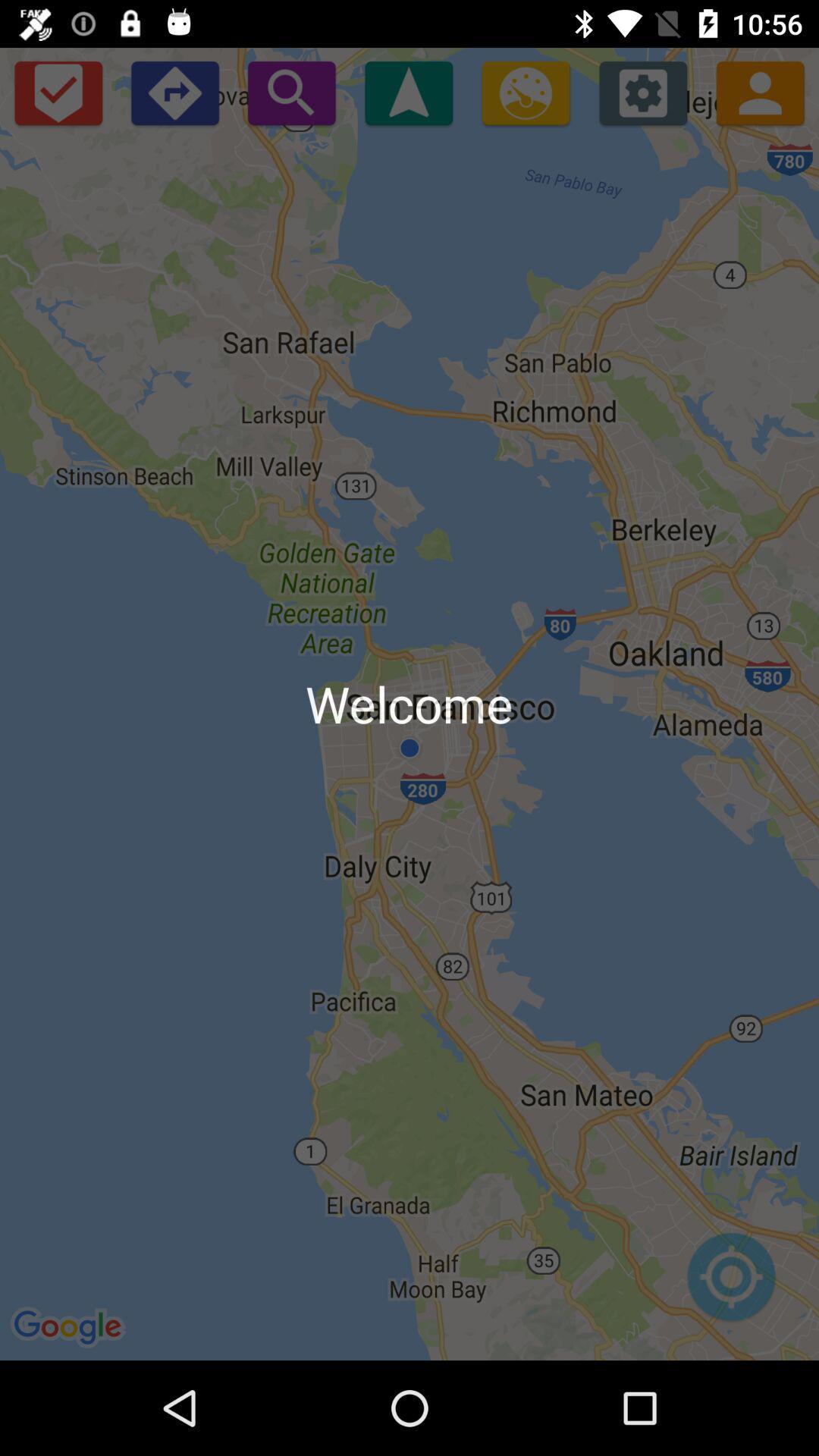 This screenshot has width=819, height=1456. What do you see at coordinates (174, 92) in the screenshot?
I see `the redo icon` at bounding box center [174, 92].